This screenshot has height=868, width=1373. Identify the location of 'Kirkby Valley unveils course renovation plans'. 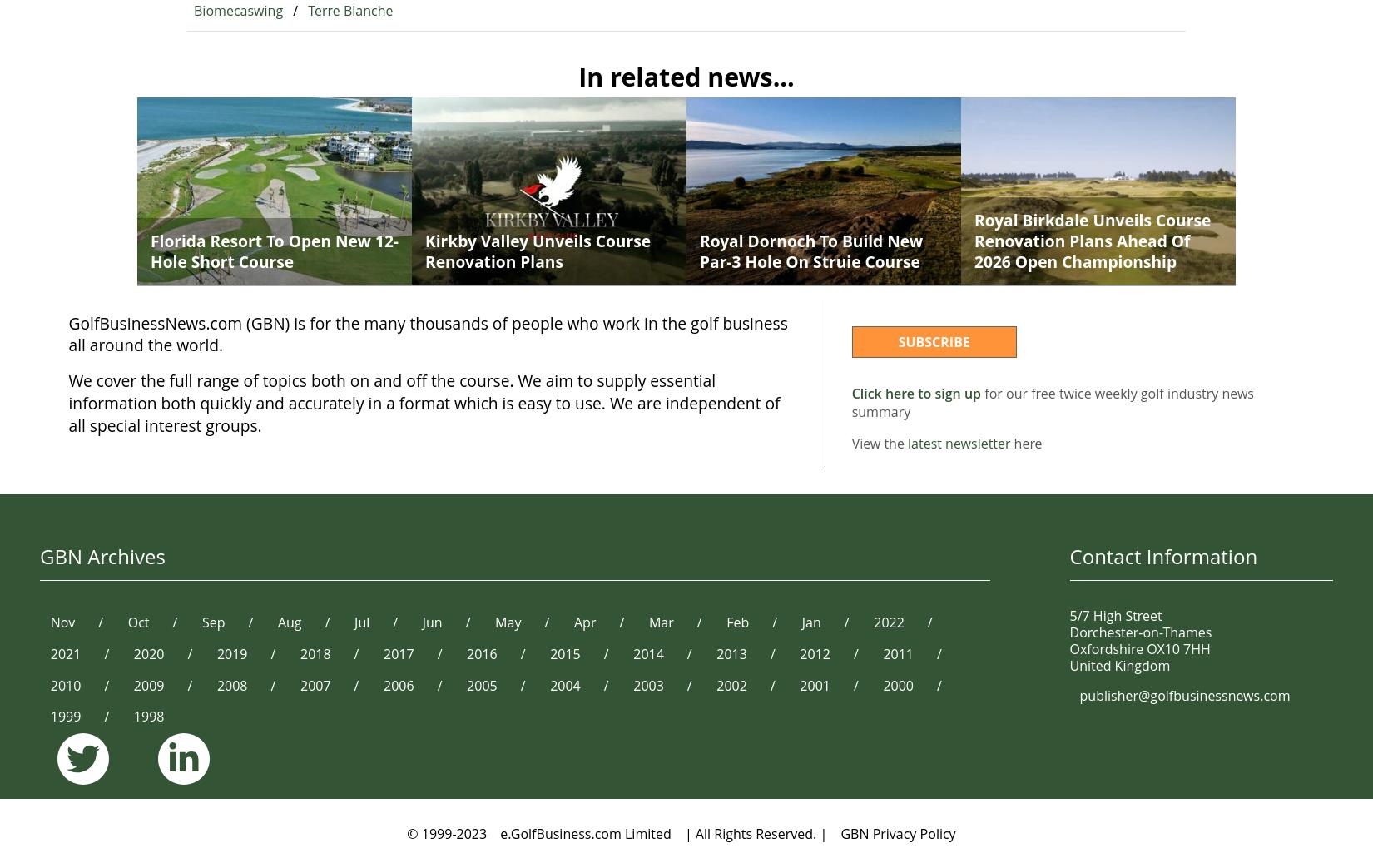
(537, 250).